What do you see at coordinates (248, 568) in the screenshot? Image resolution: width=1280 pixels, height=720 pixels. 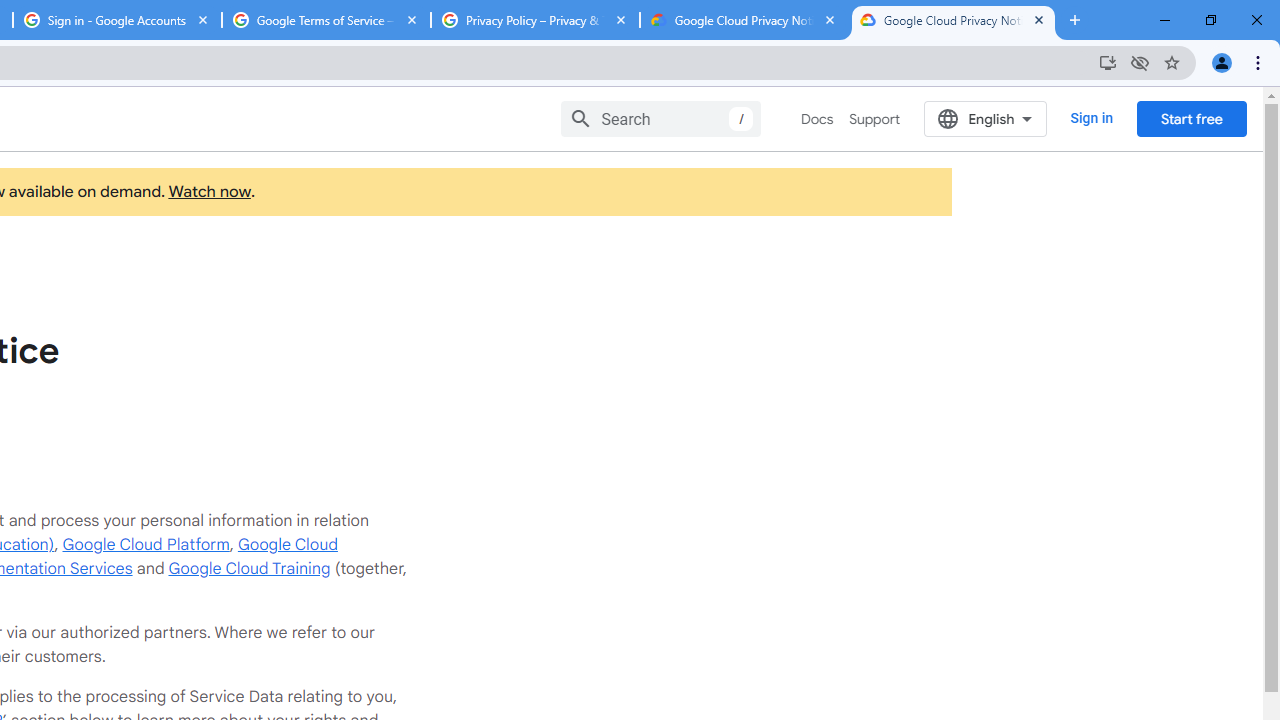 I see `'Google Cloud Training'` at bounding box center [248, 568].